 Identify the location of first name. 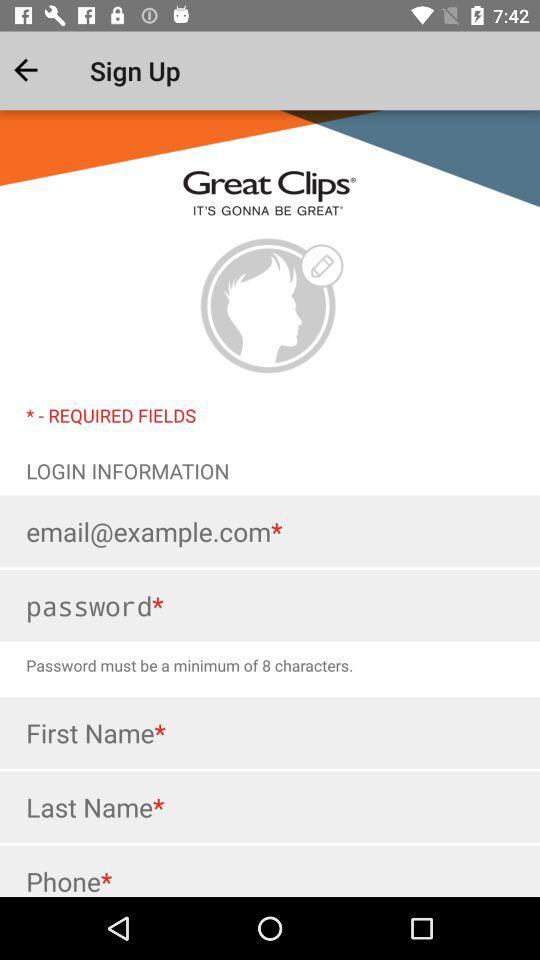
(270, 731).